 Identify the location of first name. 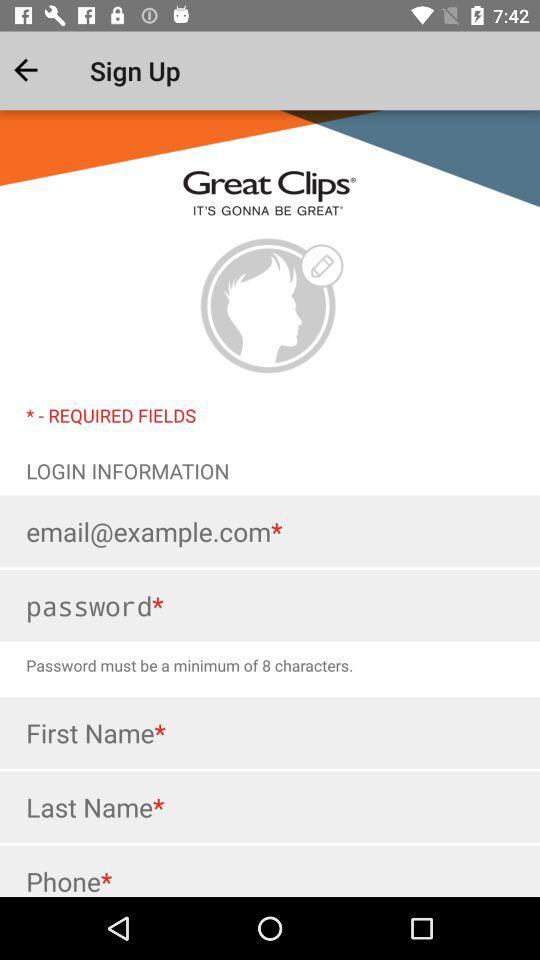
(270, 731).